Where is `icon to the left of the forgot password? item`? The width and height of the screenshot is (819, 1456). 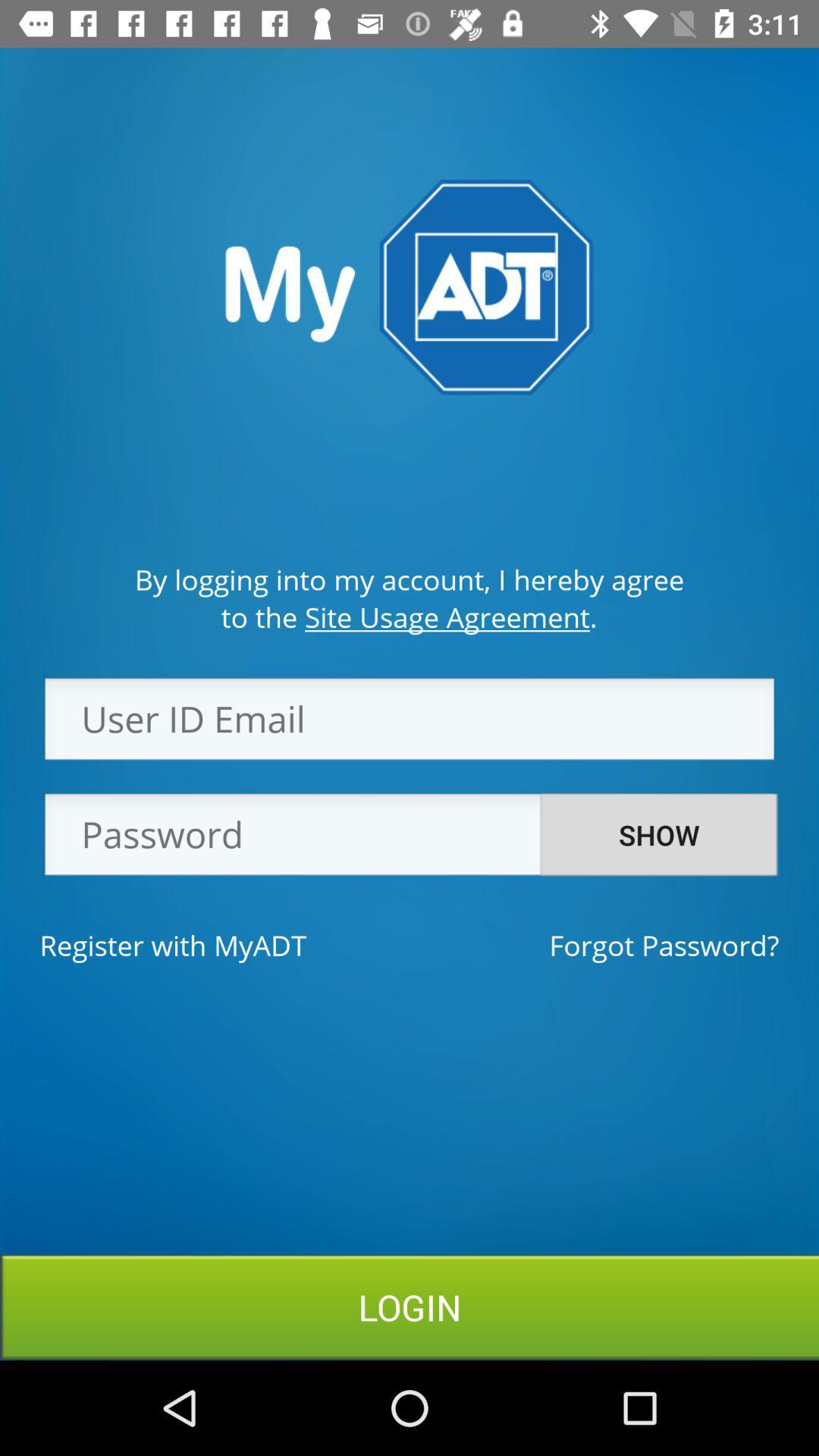 icon to the left of the forgot password? item is located at coordinates (172, 944).